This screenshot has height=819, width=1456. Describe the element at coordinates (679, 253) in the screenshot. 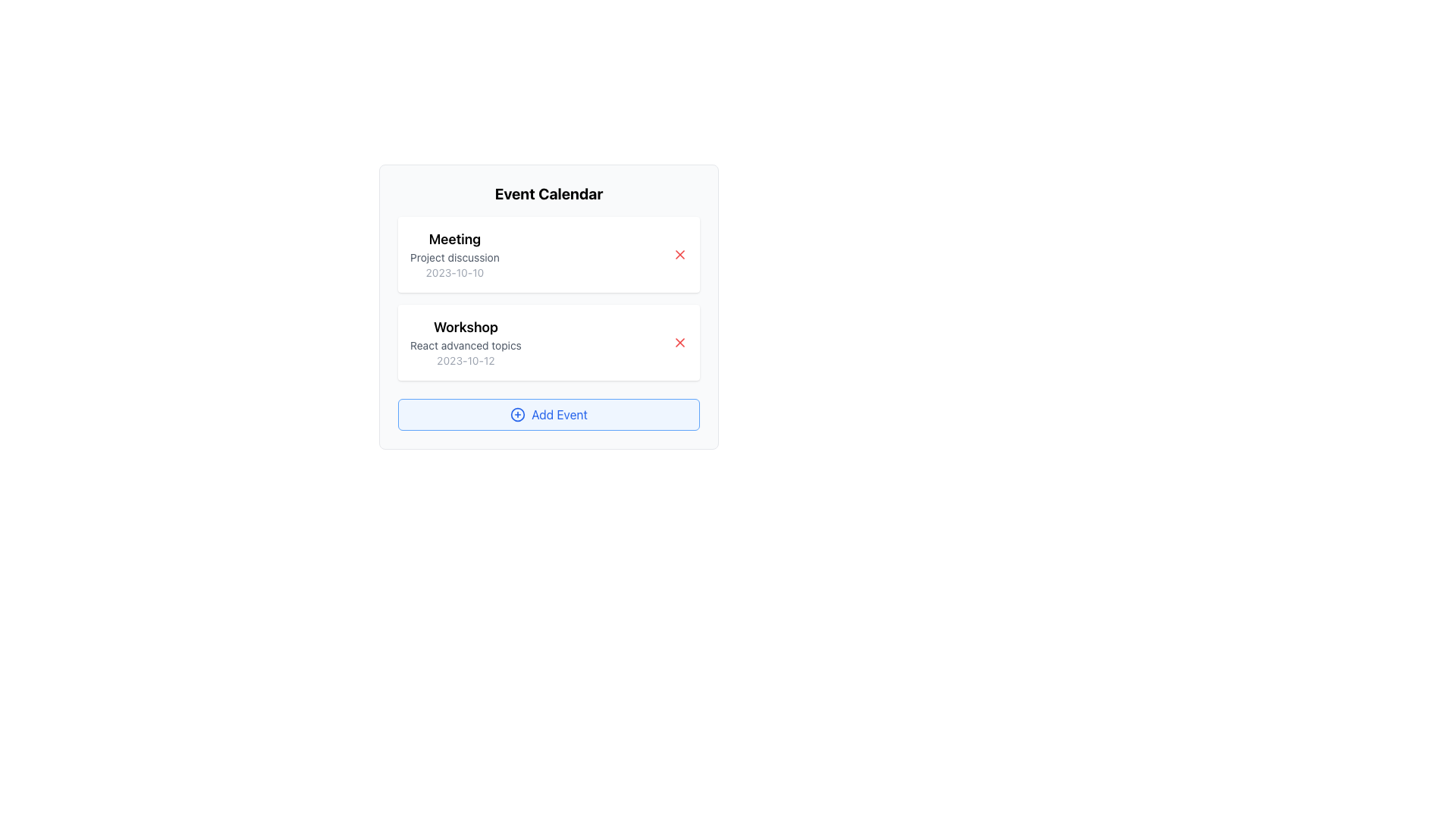

I see `the delete icon located in the 'Meeting' section of the Event Calendar interface` at that location.